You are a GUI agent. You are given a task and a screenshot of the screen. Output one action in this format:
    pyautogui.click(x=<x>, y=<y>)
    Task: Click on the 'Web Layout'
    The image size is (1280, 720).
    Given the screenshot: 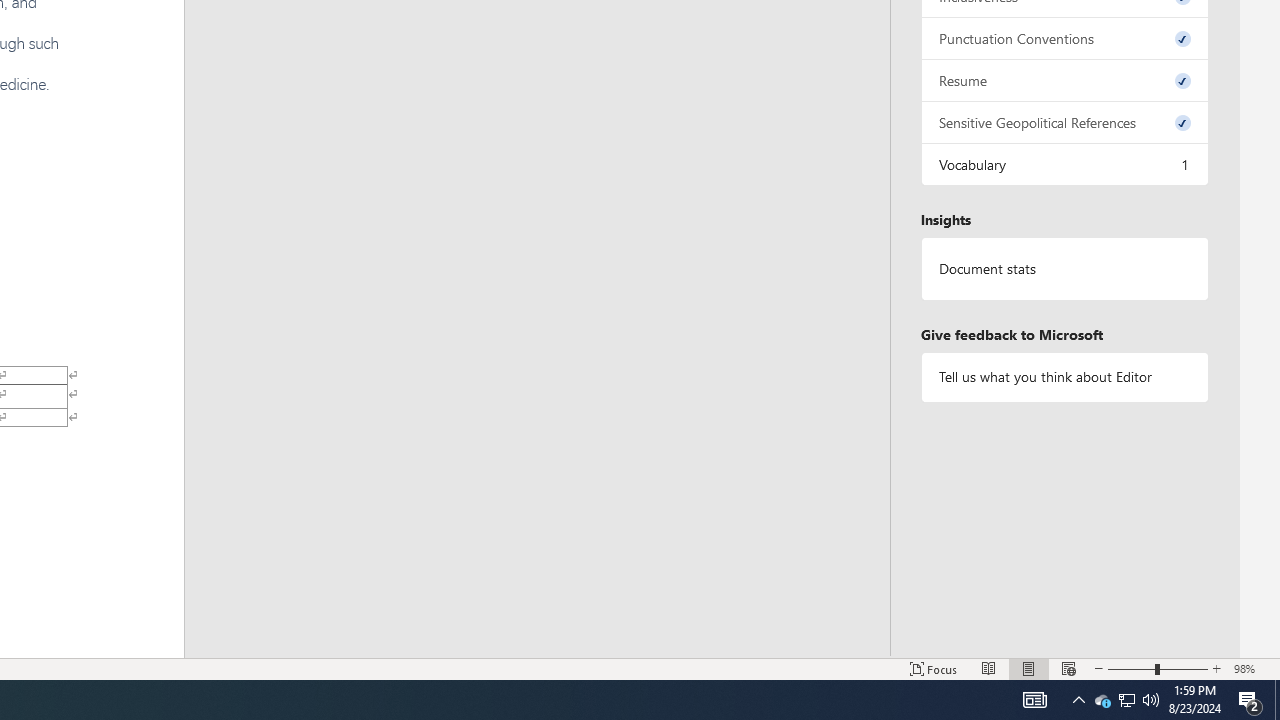 What is the action you would take?
    pyautogui.click(x=1068, y=669)
    